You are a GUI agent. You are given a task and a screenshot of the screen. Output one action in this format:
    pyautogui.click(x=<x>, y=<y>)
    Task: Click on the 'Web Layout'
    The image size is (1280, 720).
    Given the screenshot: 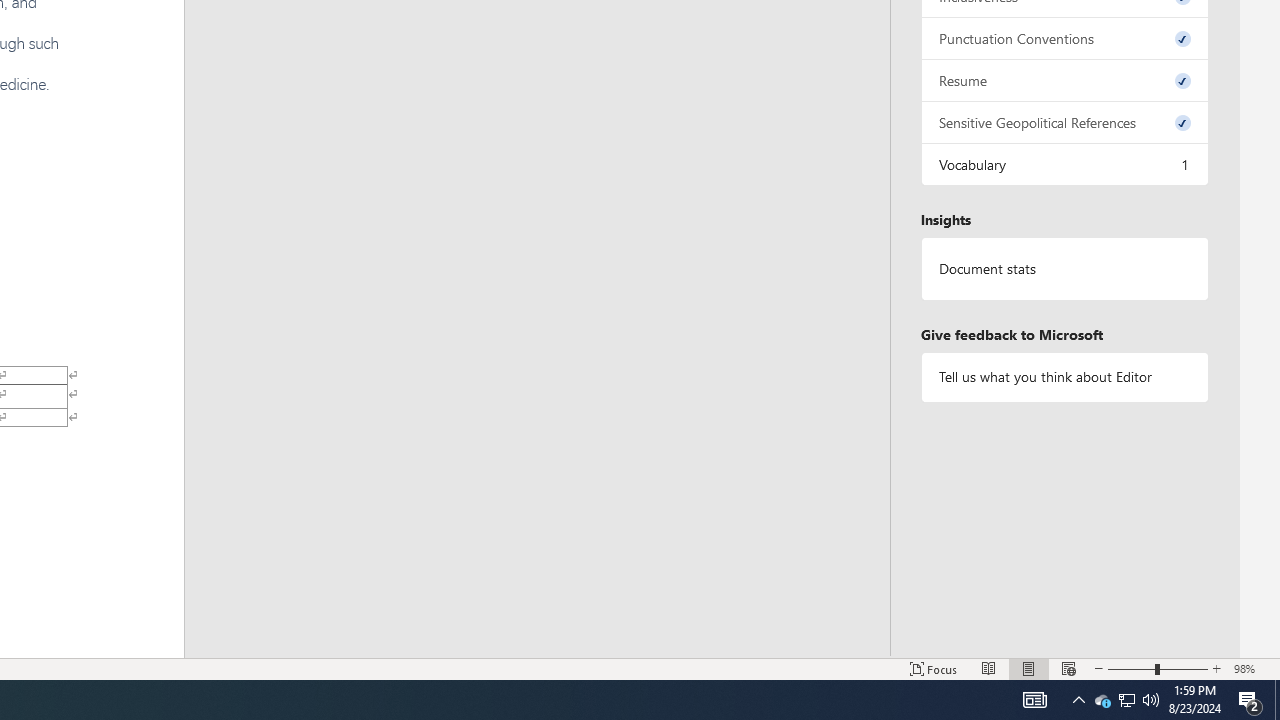 What is the action you would take?
    pyautogui.click(x=1068, y=669)
    